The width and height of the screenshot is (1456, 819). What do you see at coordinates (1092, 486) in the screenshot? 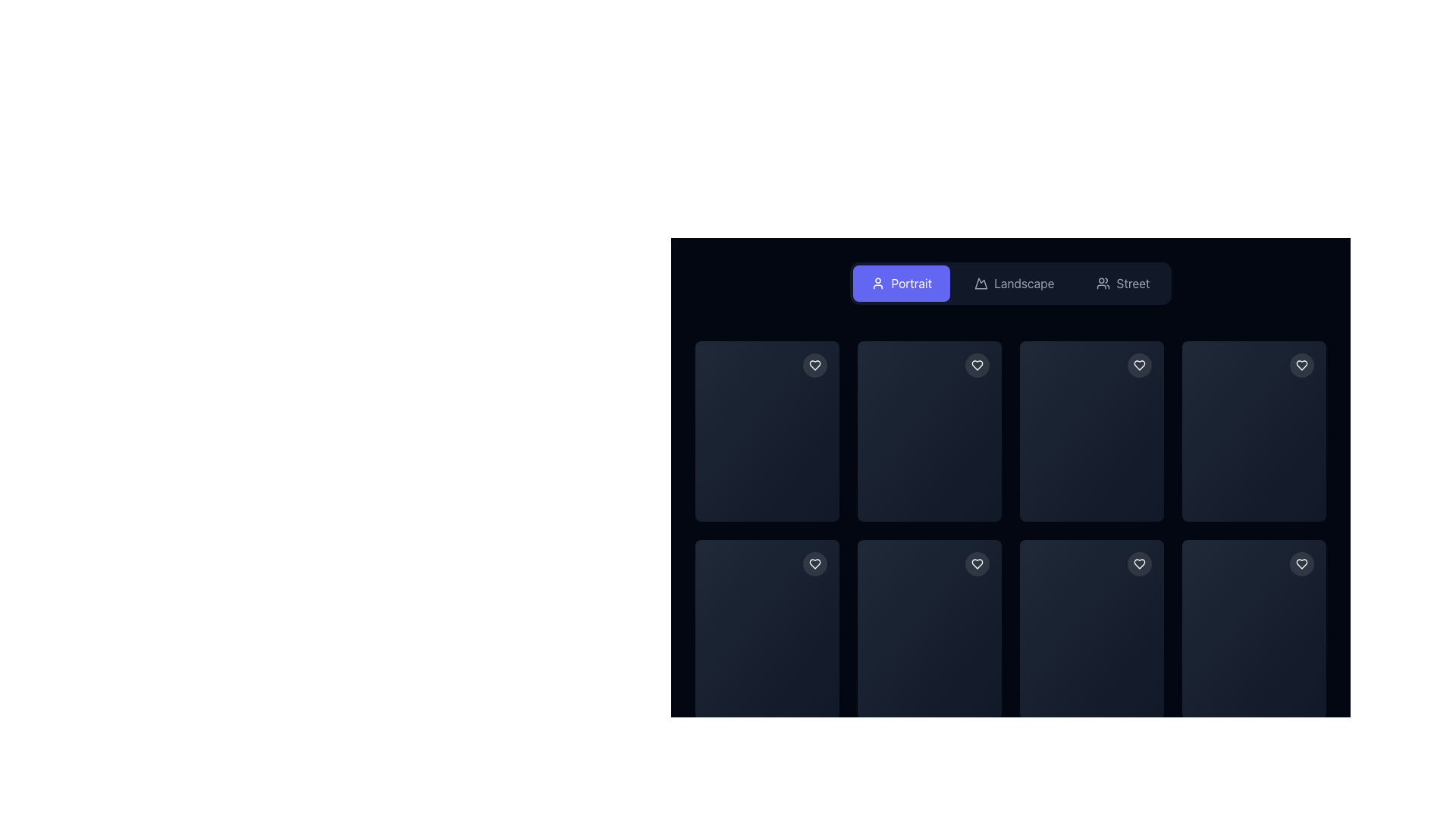
I see `the dark rectangular card in the middle row and middle column of the grid layout, which has rounded corners and a deep gray color` at bounding box center [1092, 486].